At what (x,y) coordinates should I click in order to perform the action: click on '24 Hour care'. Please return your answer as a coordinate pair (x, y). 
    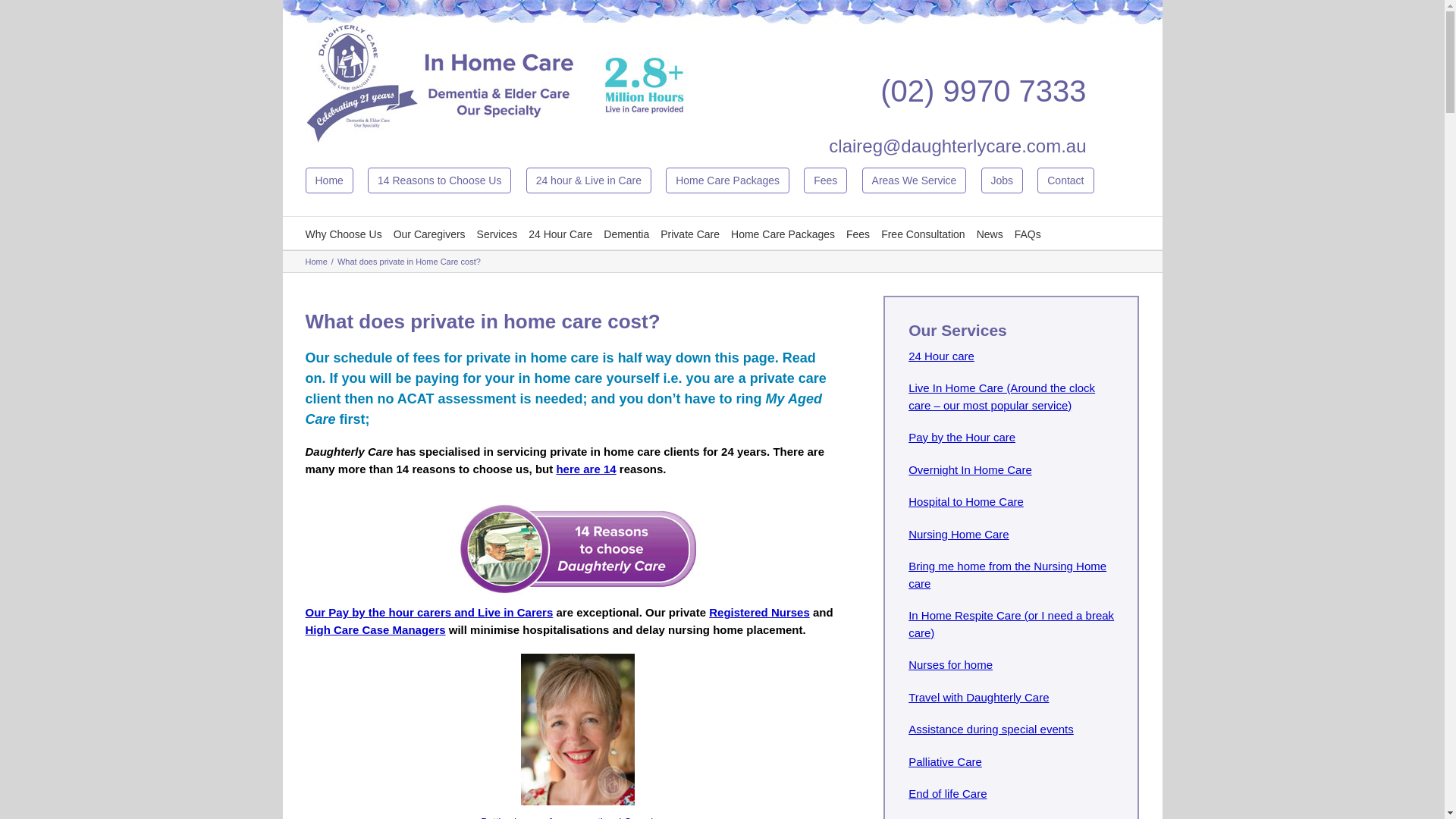
    Looking at the image, I should click on (940, 355).